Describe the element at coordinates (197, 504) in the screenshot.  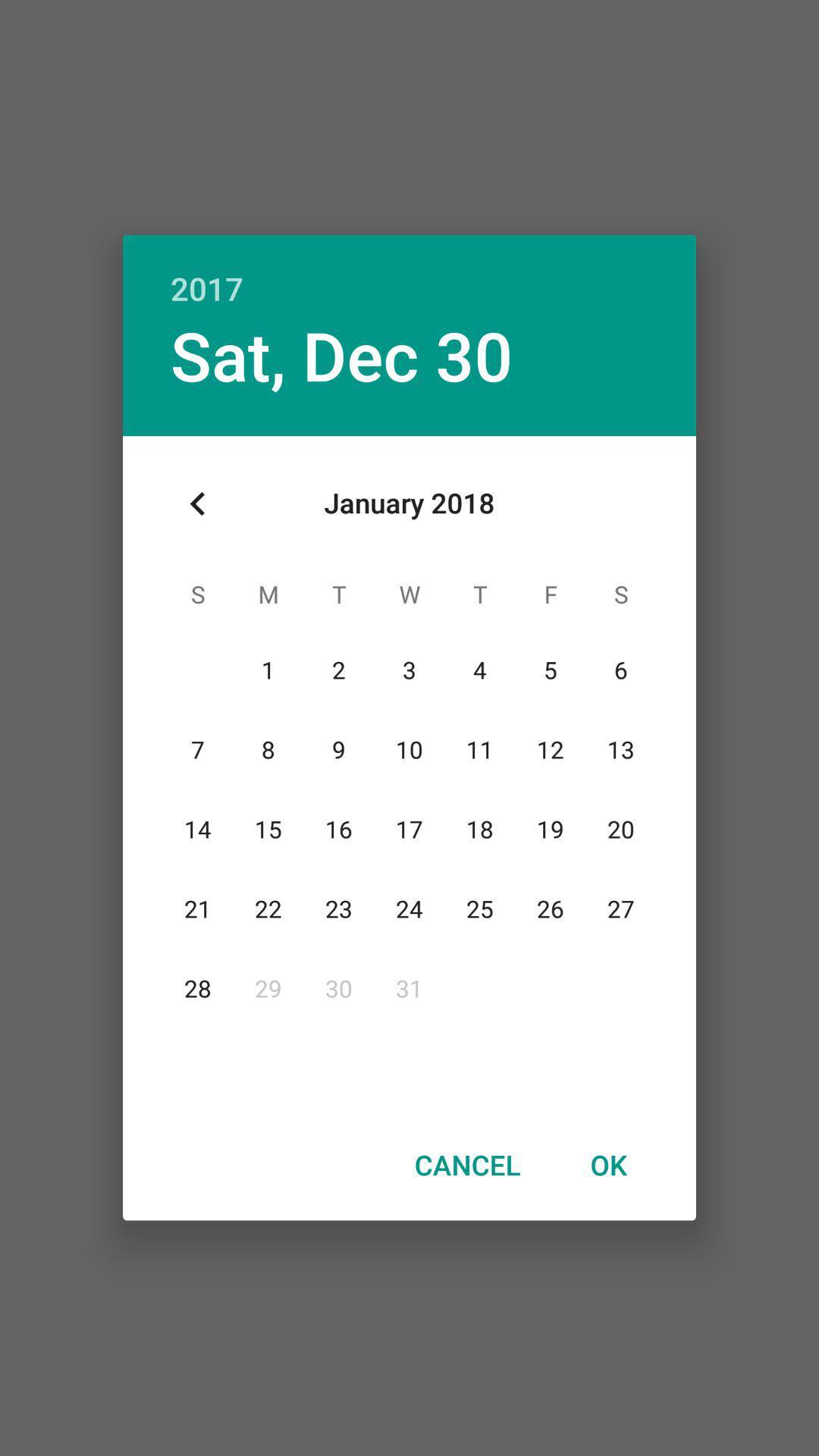
I see `item below sat, dec 30 item` at that location.